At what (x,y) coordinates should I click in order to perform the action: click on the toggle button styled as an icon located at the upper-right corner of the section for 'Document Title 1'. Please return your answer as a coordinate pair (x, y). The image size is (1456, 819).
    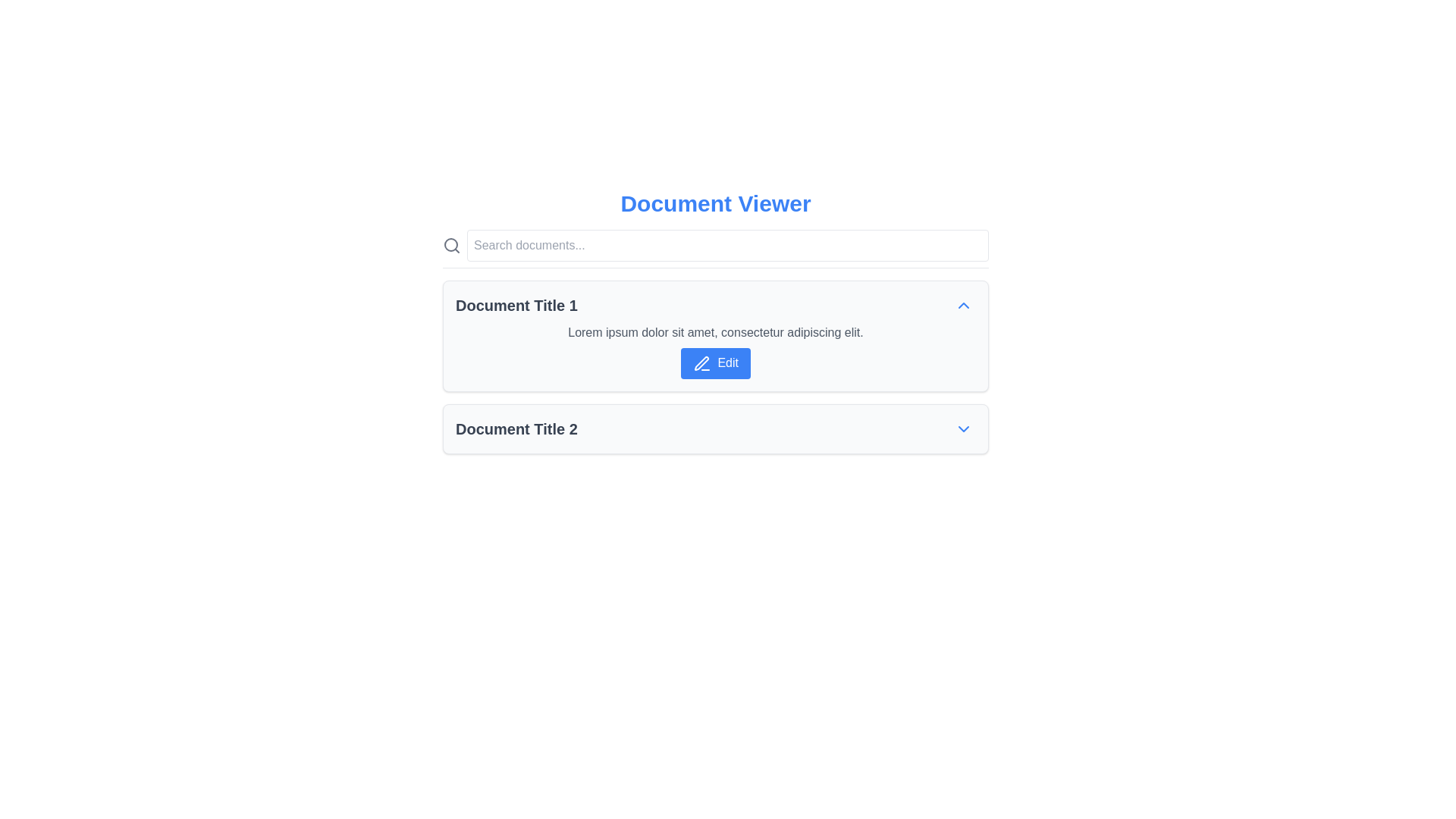
    Looking at the image, I should click on (963, 305).